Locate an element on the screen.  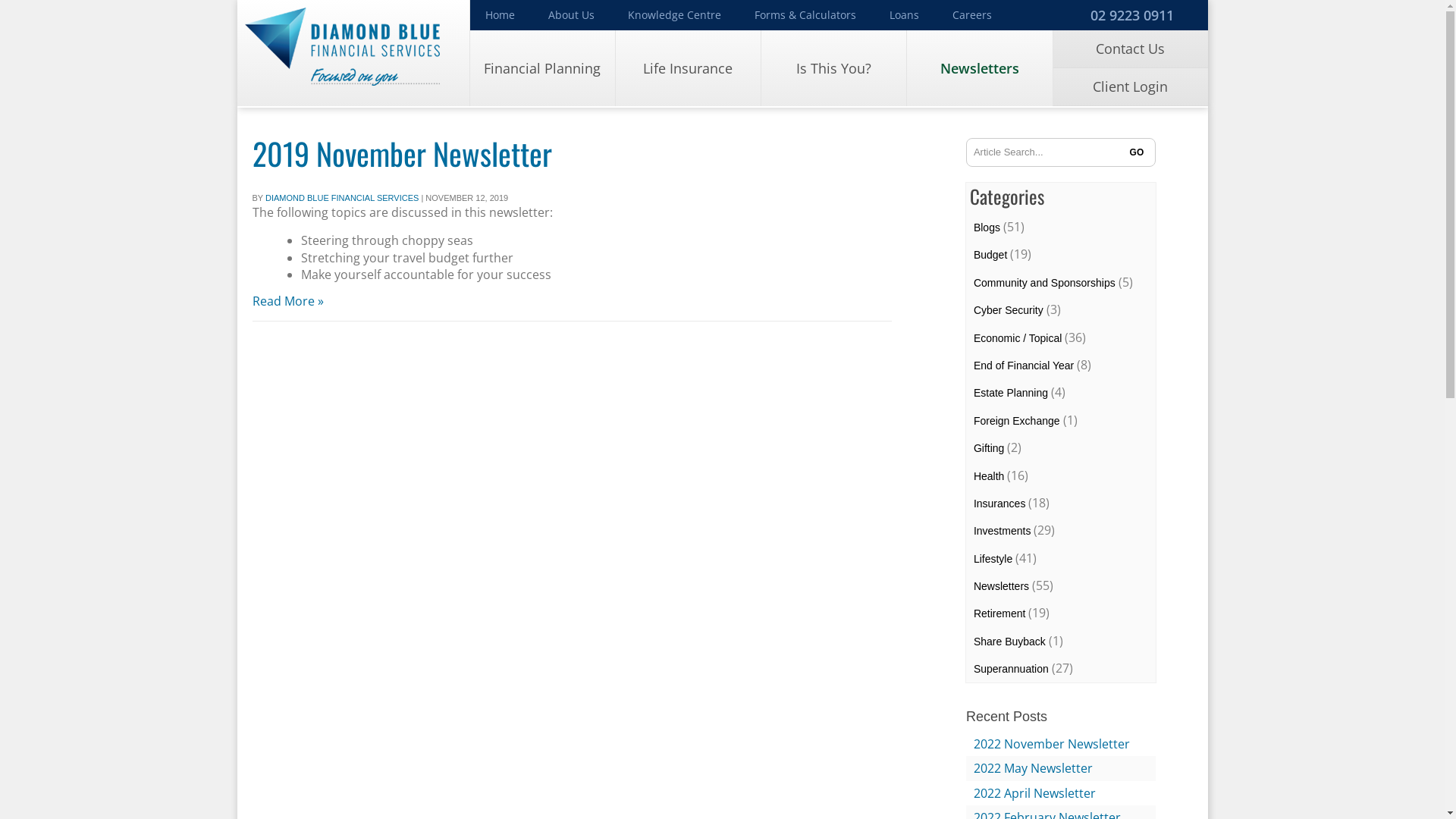
'2022 April Newsletter' is located at coordinates (1034, 792).